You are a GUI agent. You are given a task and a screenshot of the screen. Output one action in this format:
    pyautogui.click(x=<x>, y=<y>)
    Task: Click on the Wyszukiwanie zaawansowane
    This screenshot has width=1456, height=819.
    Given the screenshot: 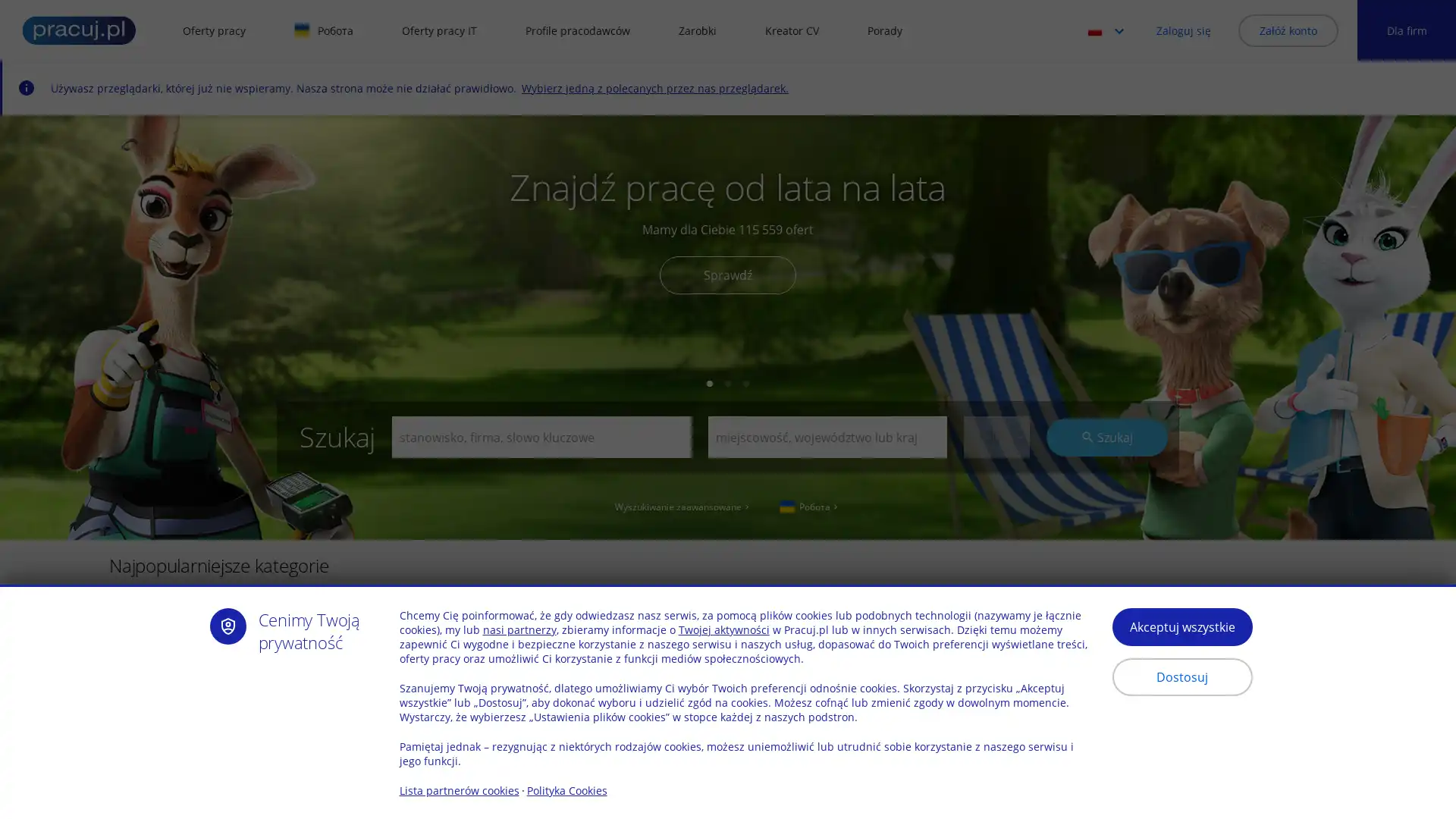 What is the action you would take?
    pyautogui.click(x=682, y=506)
    